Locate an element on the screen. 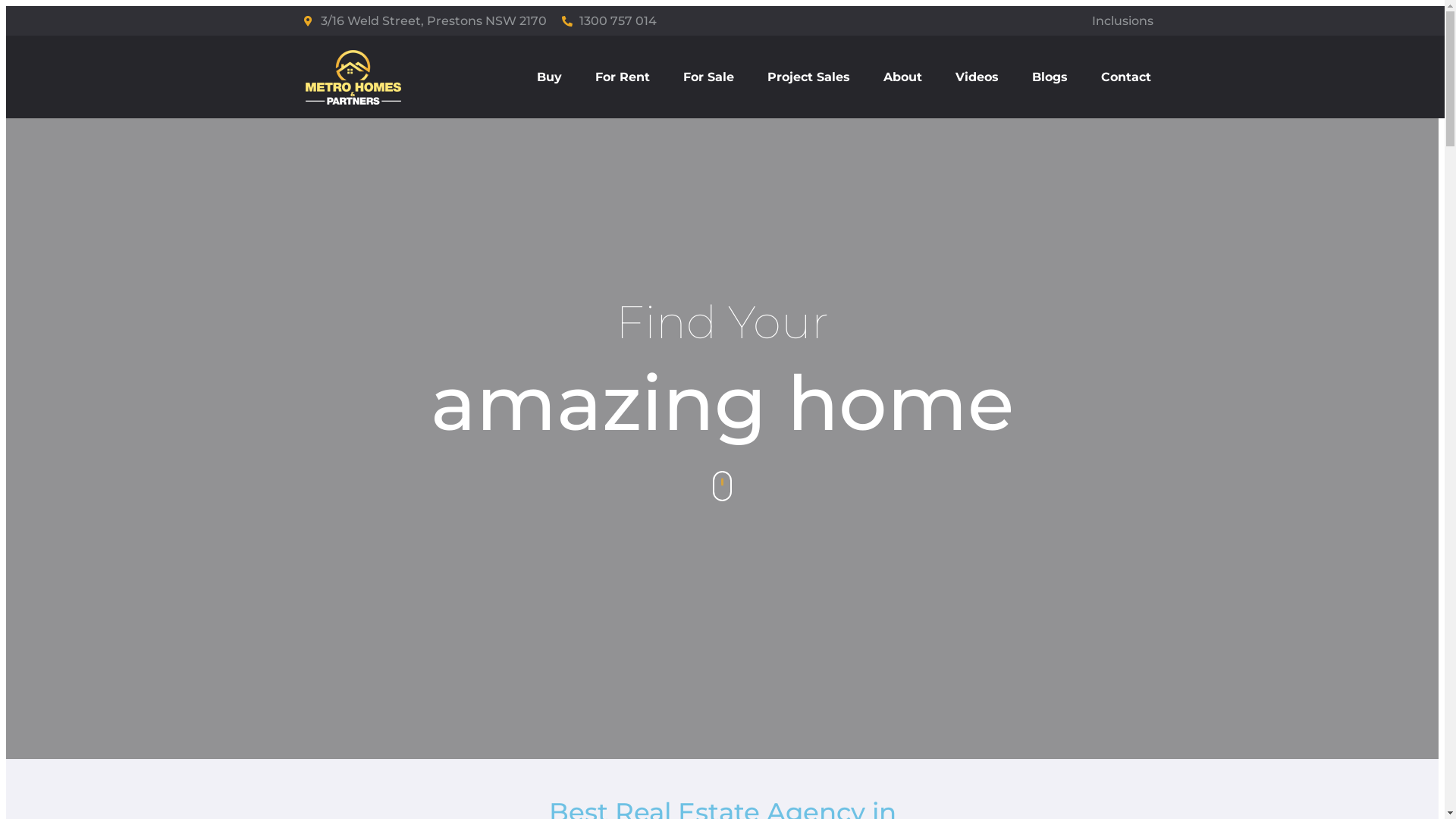 The height and width of the screenshot is (819, 1456). 'About' is located at coordinates (902, 76).